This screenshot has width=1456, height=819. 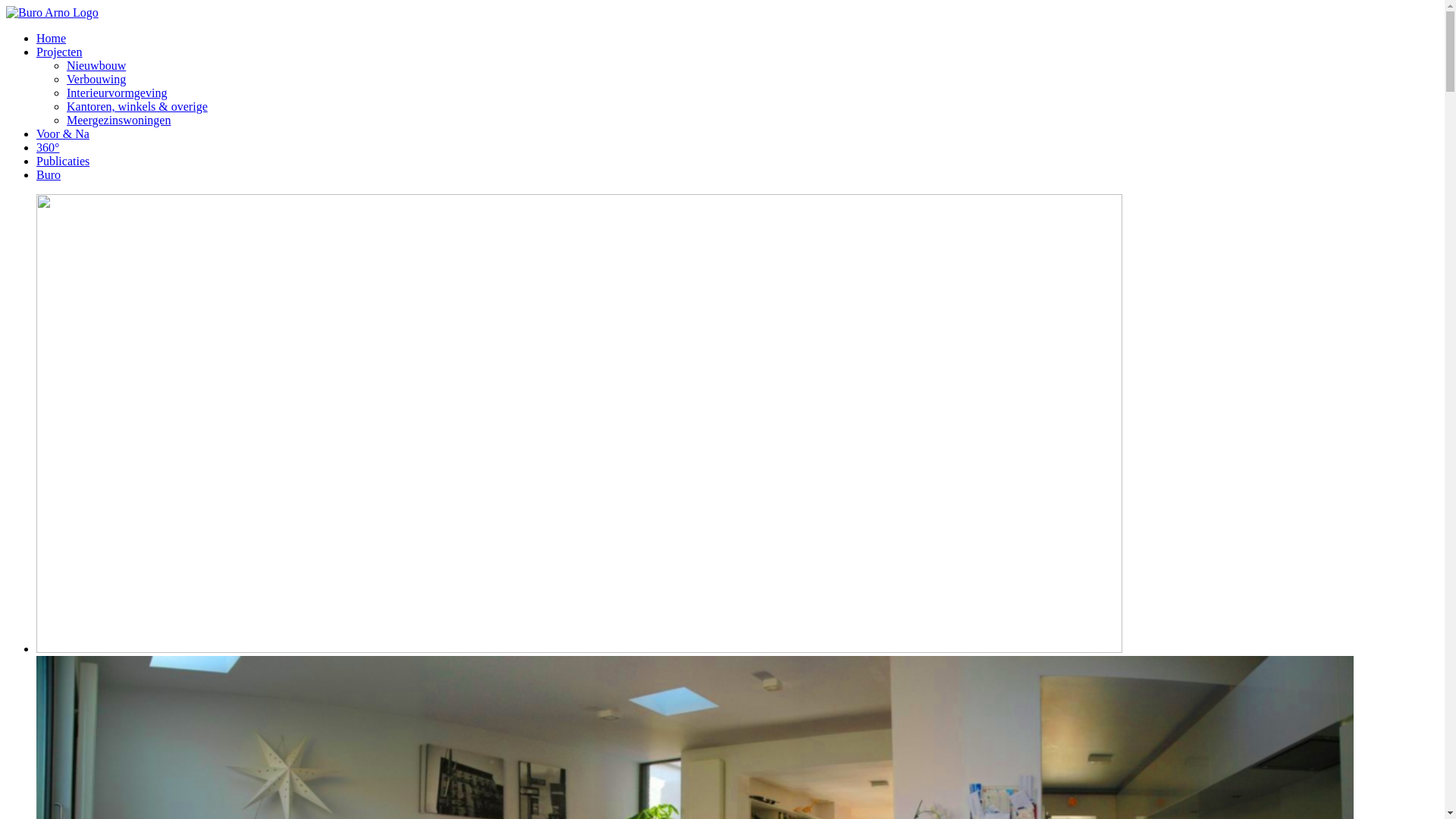 What do you see at coordinates (5, 5) in the screenshot?
I see `'Skip to content'` at bounding box center [5, 5].